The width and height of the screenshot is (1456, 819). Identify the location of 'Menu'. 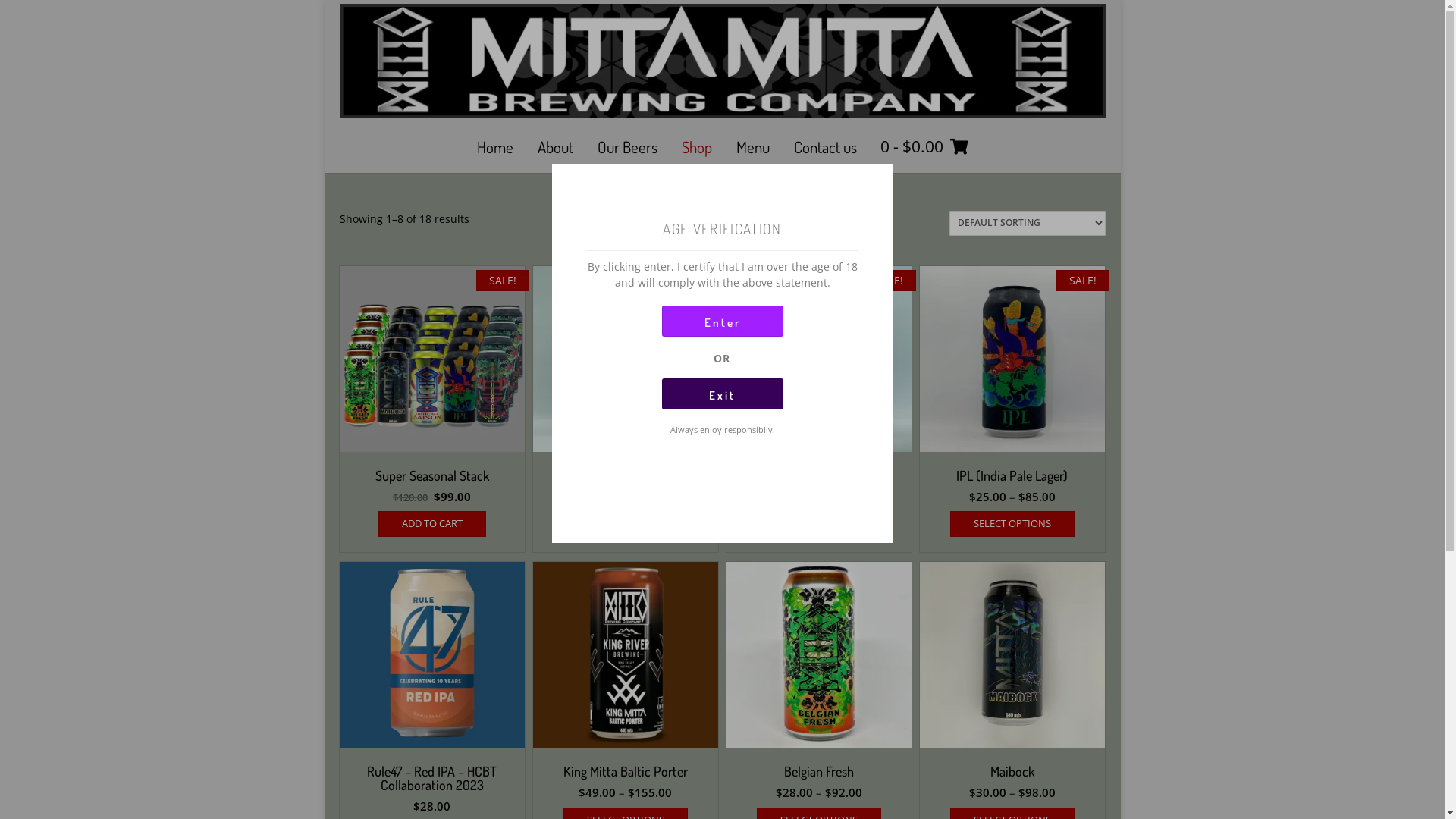
(753, 149).